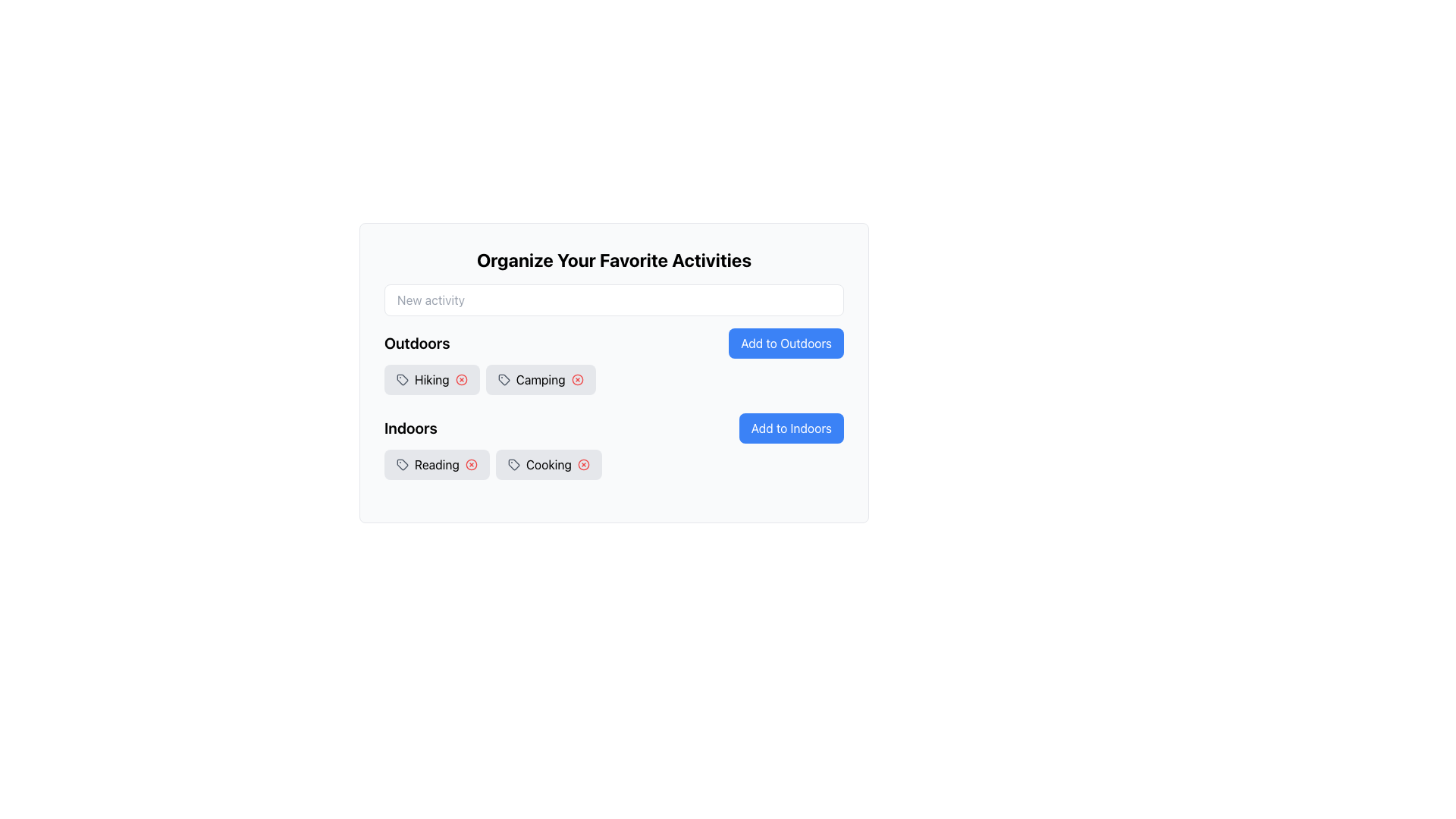 This screenshot has height=819, width=1456. Describe the element at coordinates (504, 379) in the screenshot. I see `the decorative icon associated with the text 'Camping' located to the left of the text within the 'Outdoors' section` at that location.